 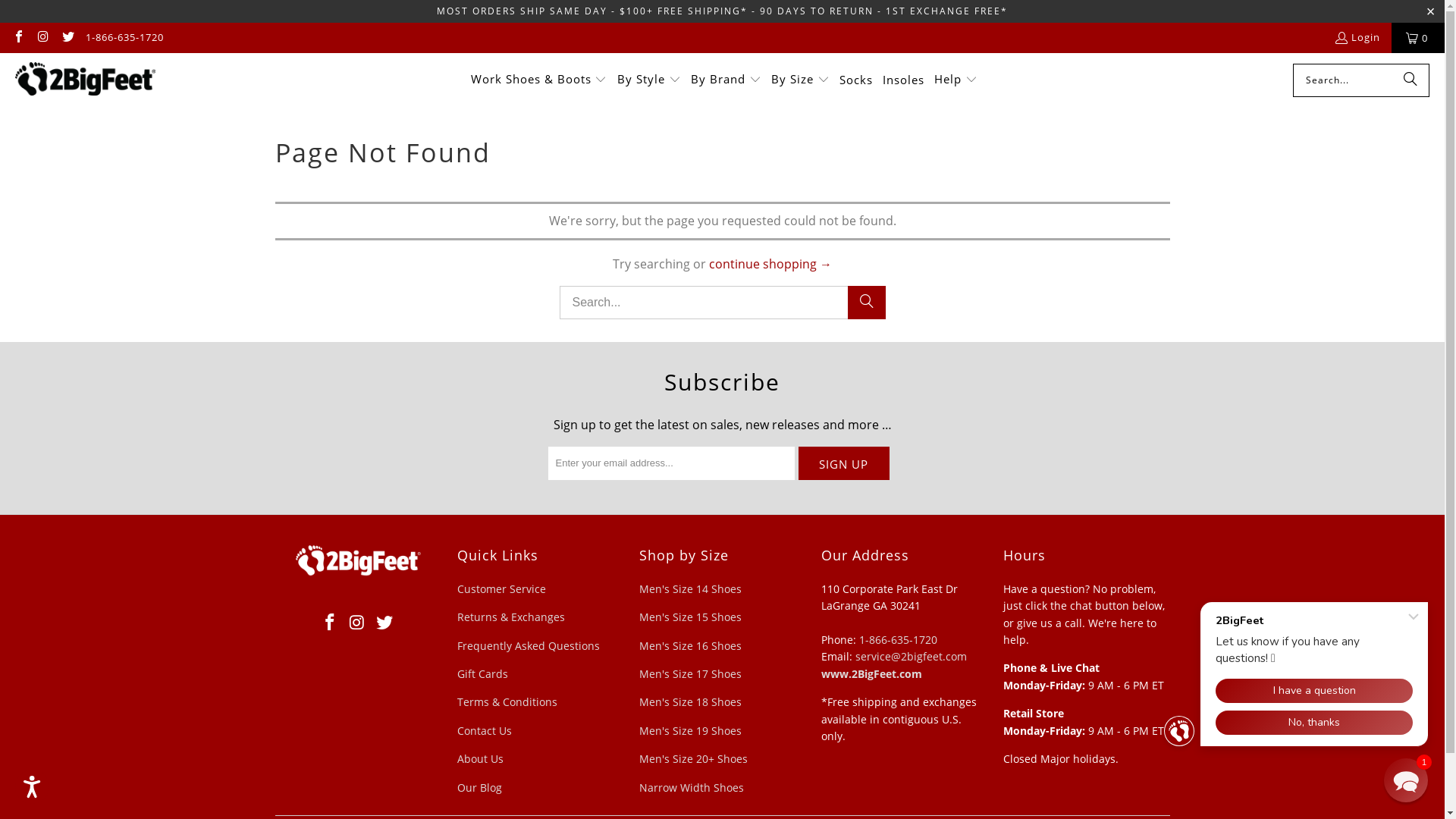 What do you see at coordinates (689, 617) in the screenshot?
I see `'Men's Size 15 Shoes'` at bounding box center [689, 617].